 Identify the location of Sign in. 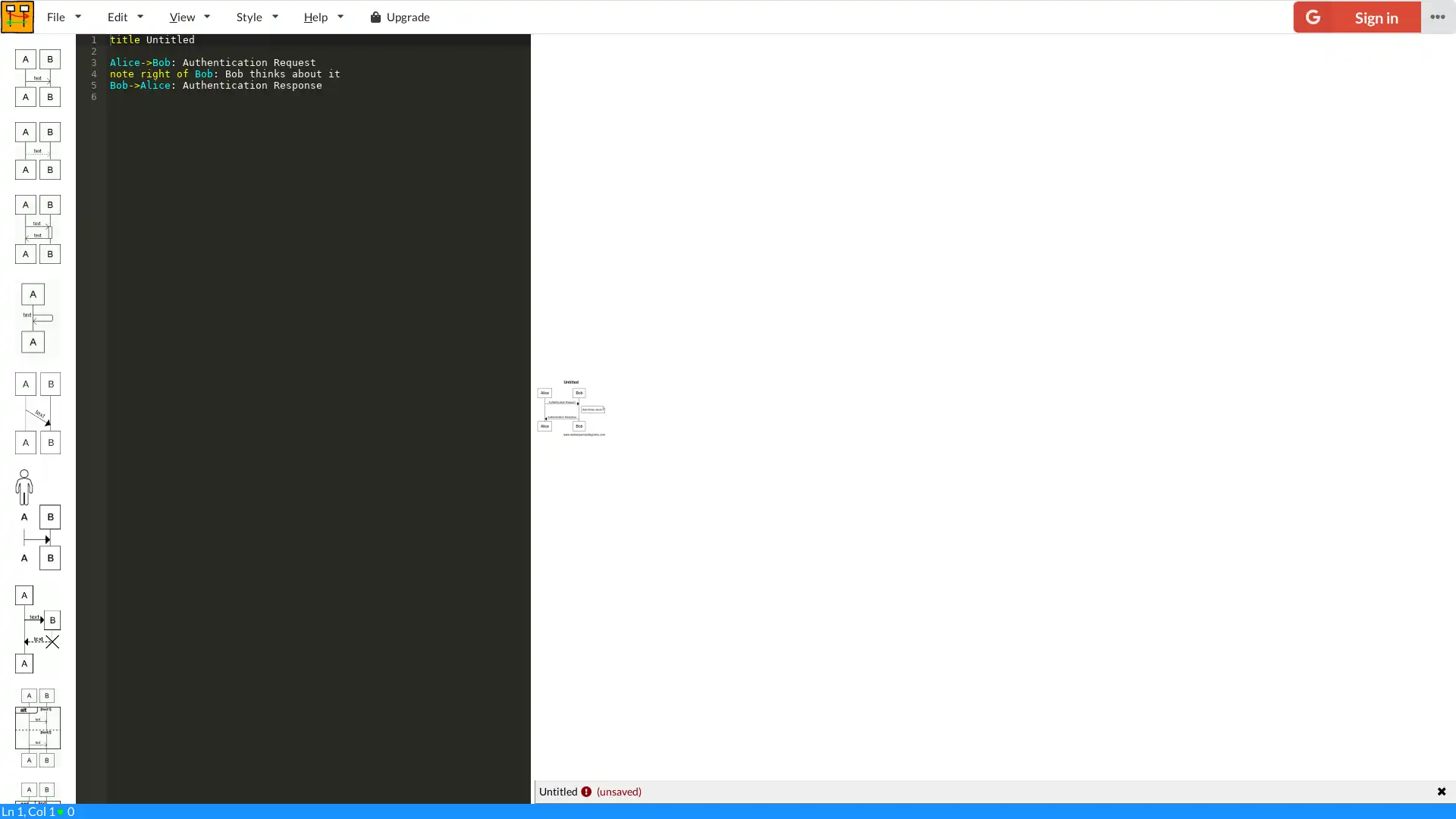
(1357, 17).